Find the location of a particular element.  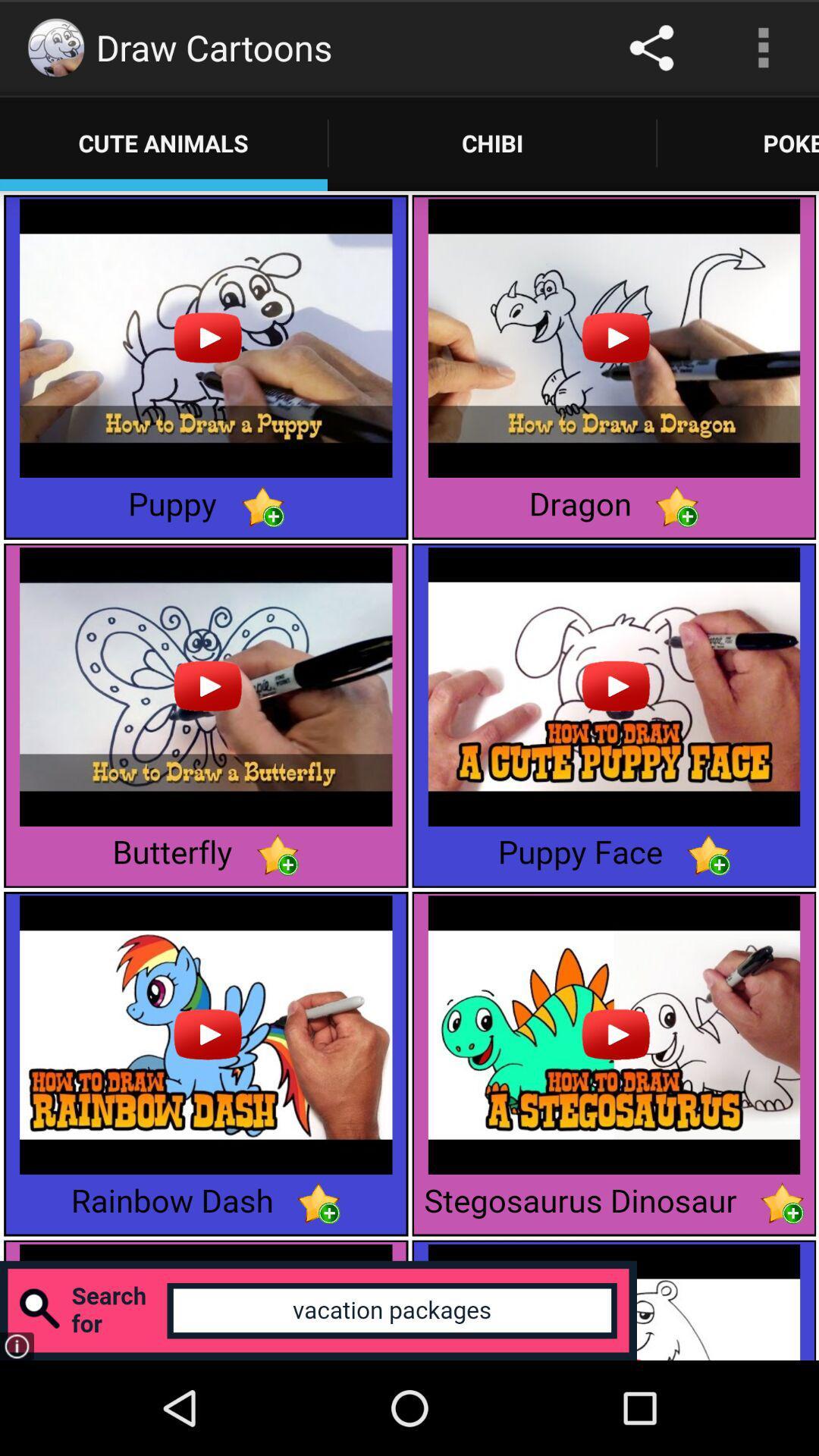

search for a term is located at coordinates (318, 1310).